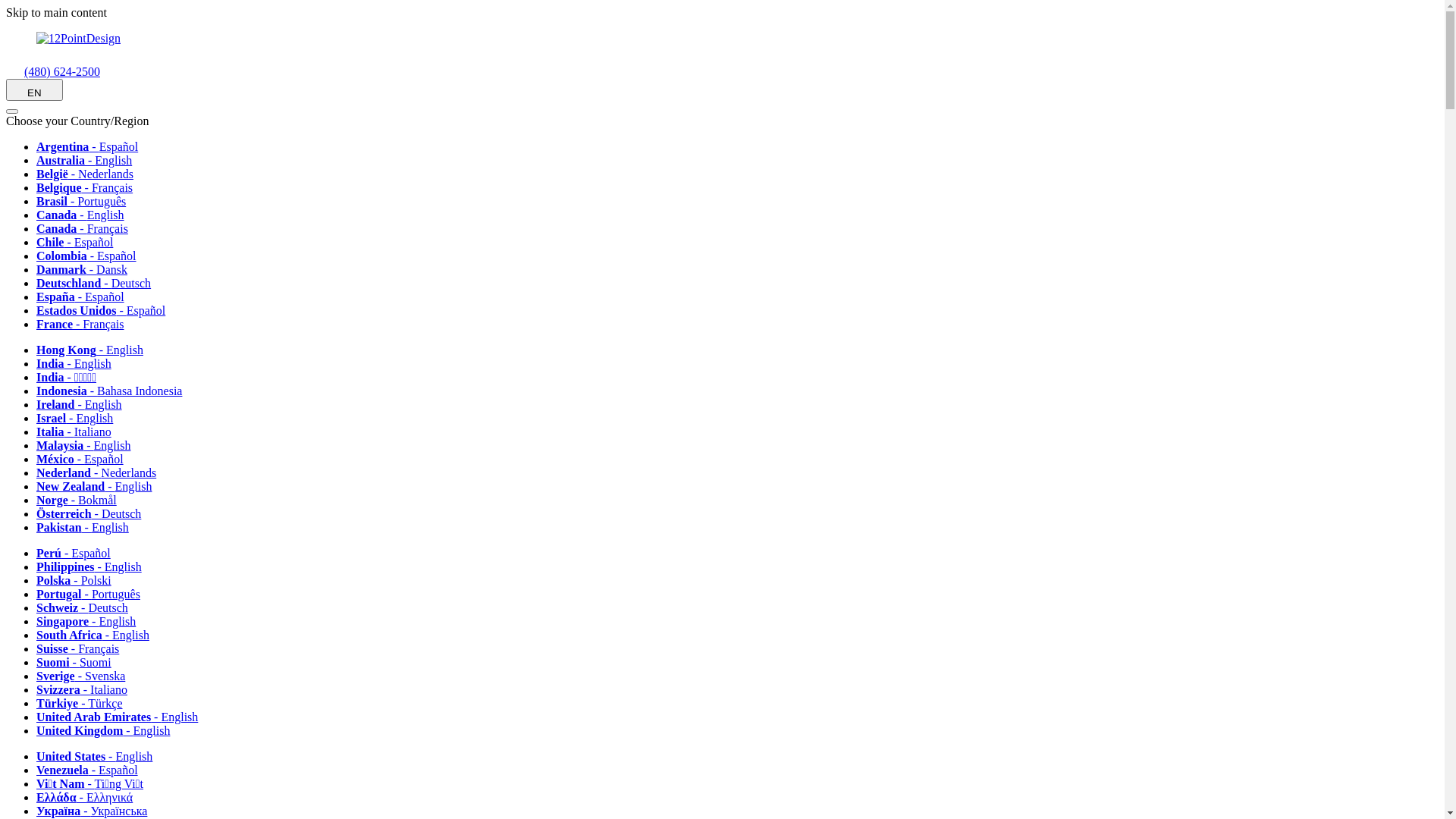  What do you see at coordinates (98, 283) in the screenshot?
I see `'Deutschland - Deutsch'` at bounding box center [98, 283].